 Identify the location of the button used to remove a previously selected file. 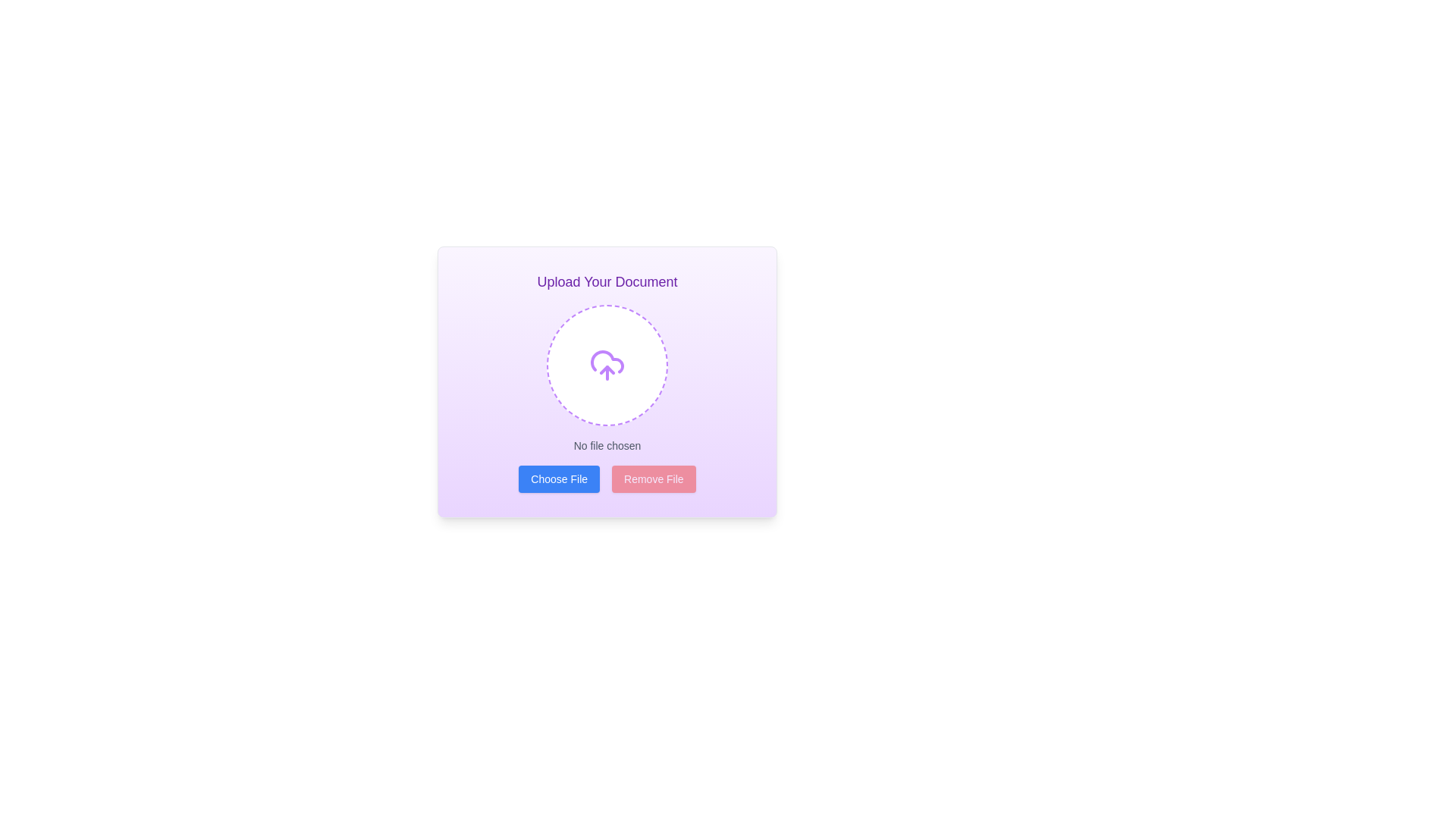
(654, 479).